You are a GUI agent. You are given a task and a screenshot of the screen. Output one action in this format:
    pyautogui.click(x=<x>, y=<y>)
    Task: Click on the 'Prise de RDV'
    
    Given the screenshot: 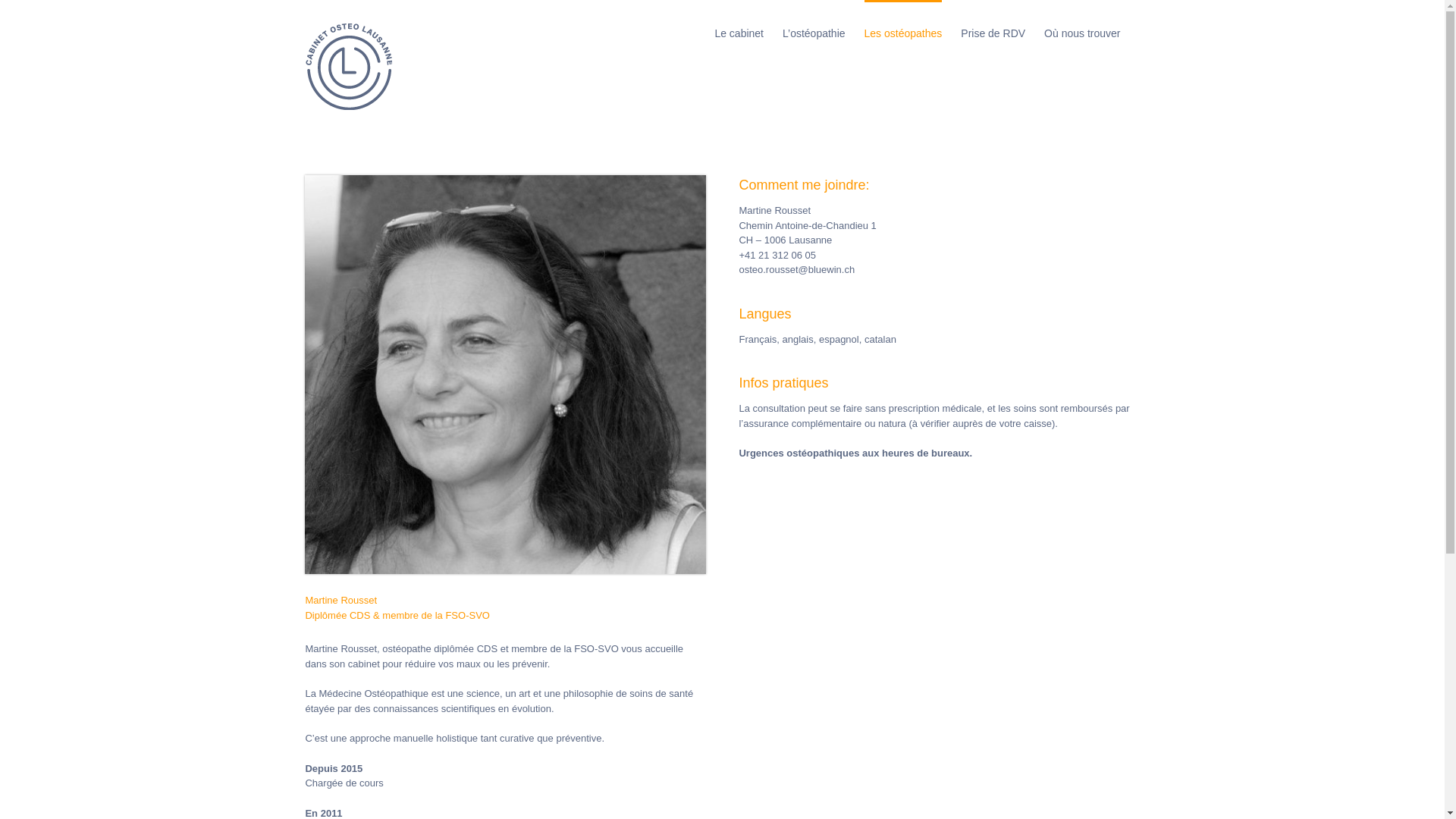 What is the action you would take?
    pyautogui.click(x=993, y=32)
    